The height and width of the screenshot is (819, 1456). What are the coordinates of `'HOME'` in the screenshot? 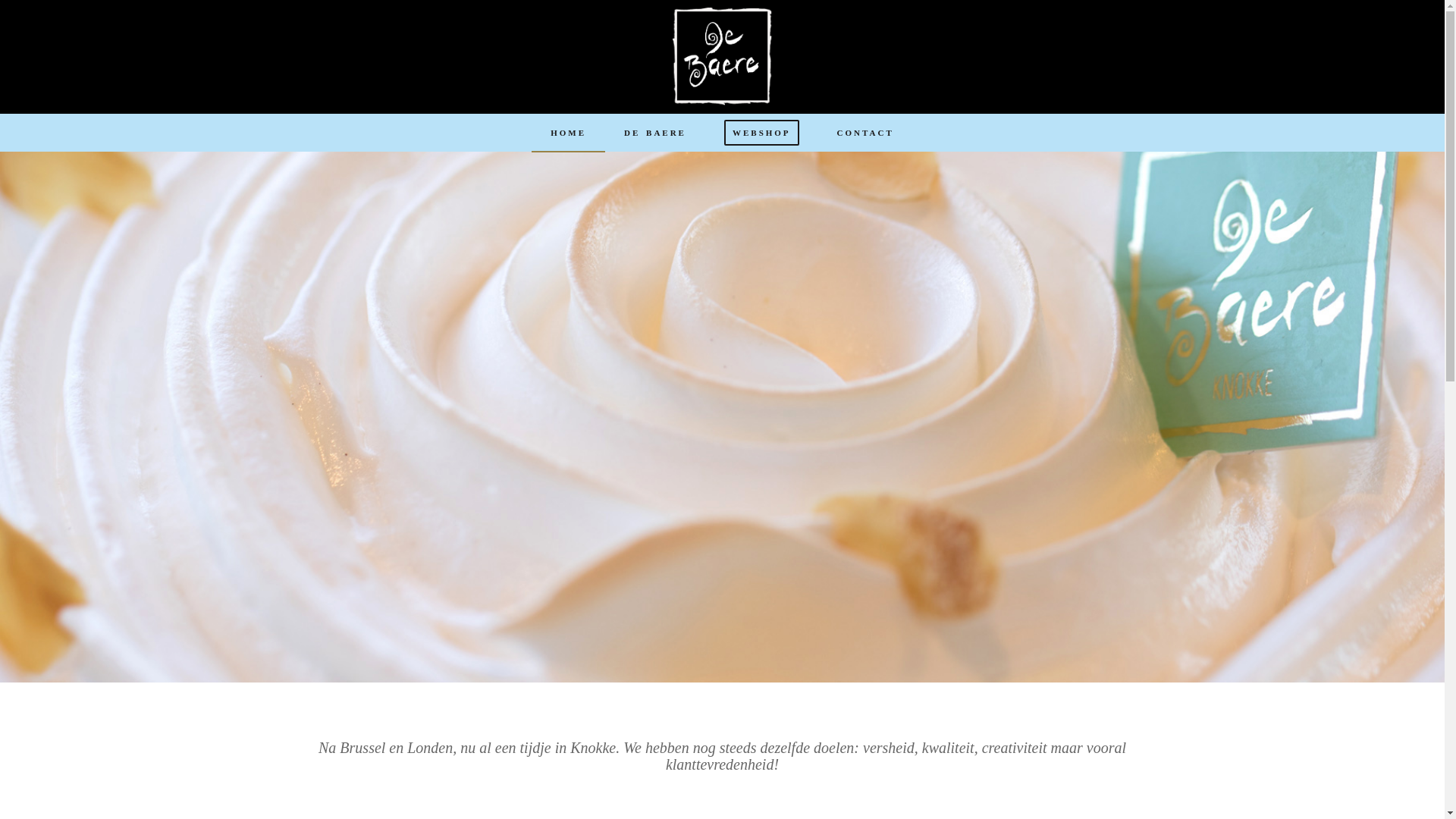 It's located at (567, 131).